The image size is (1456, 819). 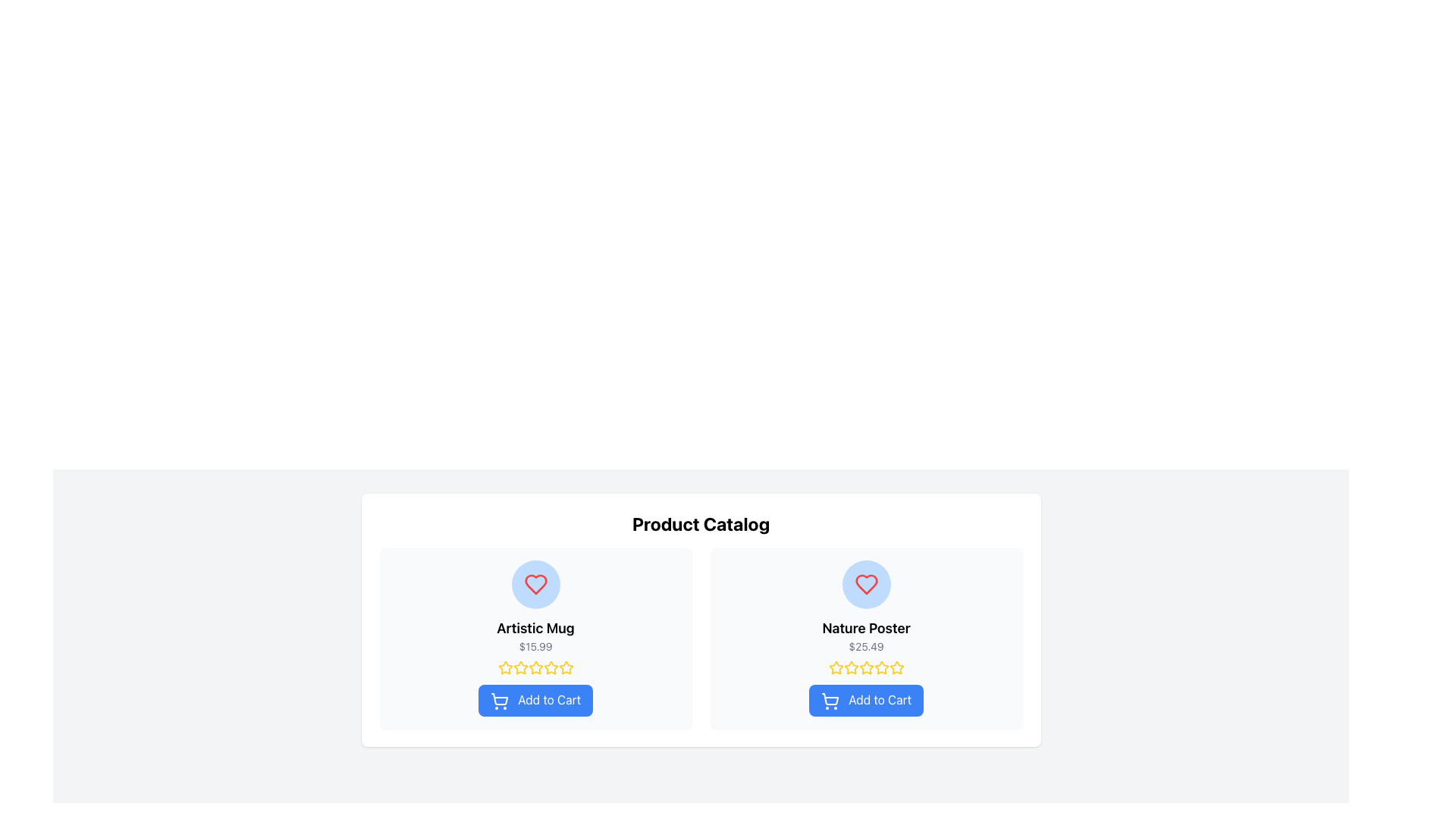 I want to click on text content of the 'Nature Poster' heading, which is a bold, large black font displayed prominently below a heart icon and above a price label in its product card, so click(x=866, y=629).